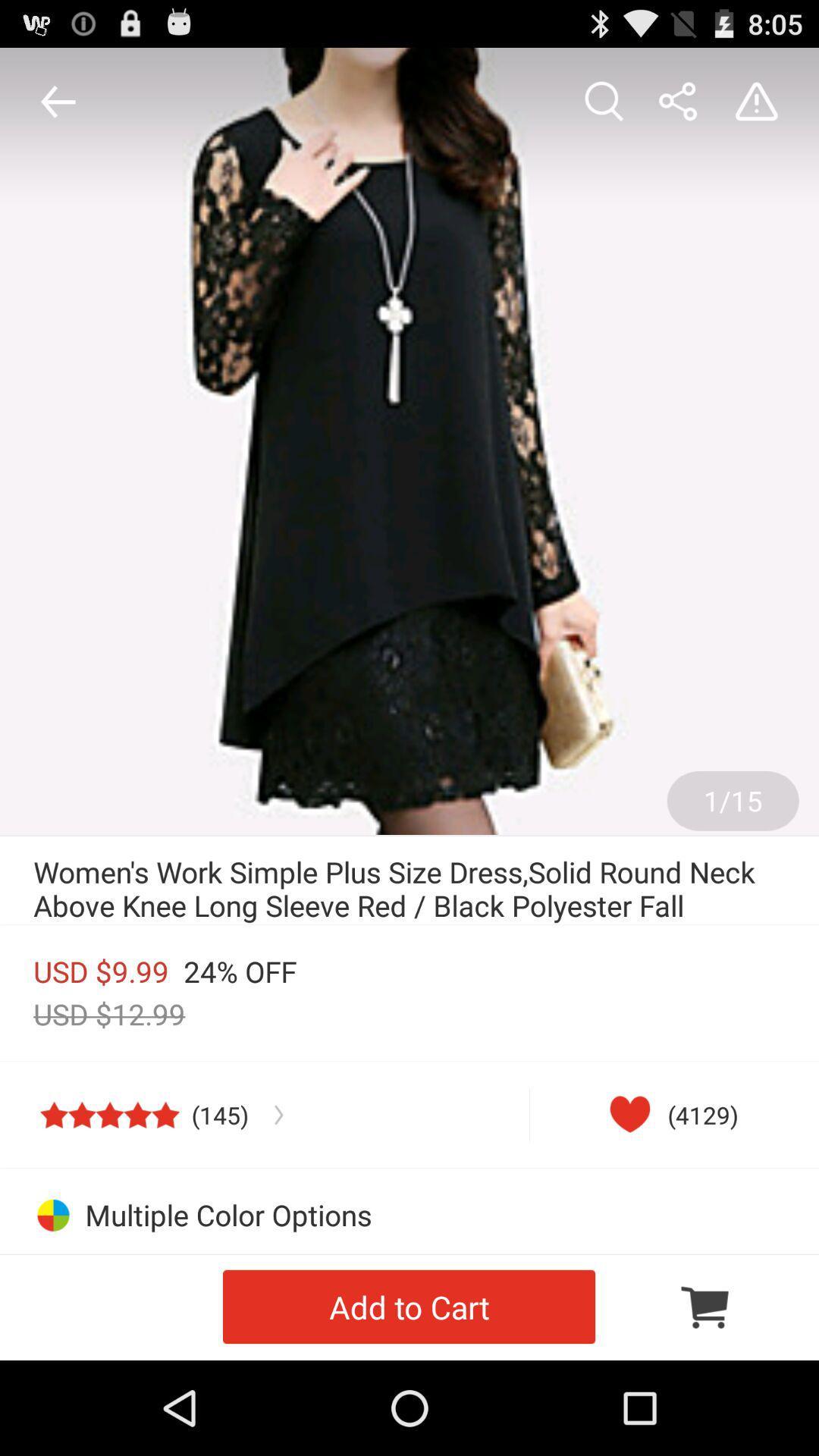 Image resolution: width=819 pixels, height=1456 pixels. I want to click on the warning icon, so click(761, 108).